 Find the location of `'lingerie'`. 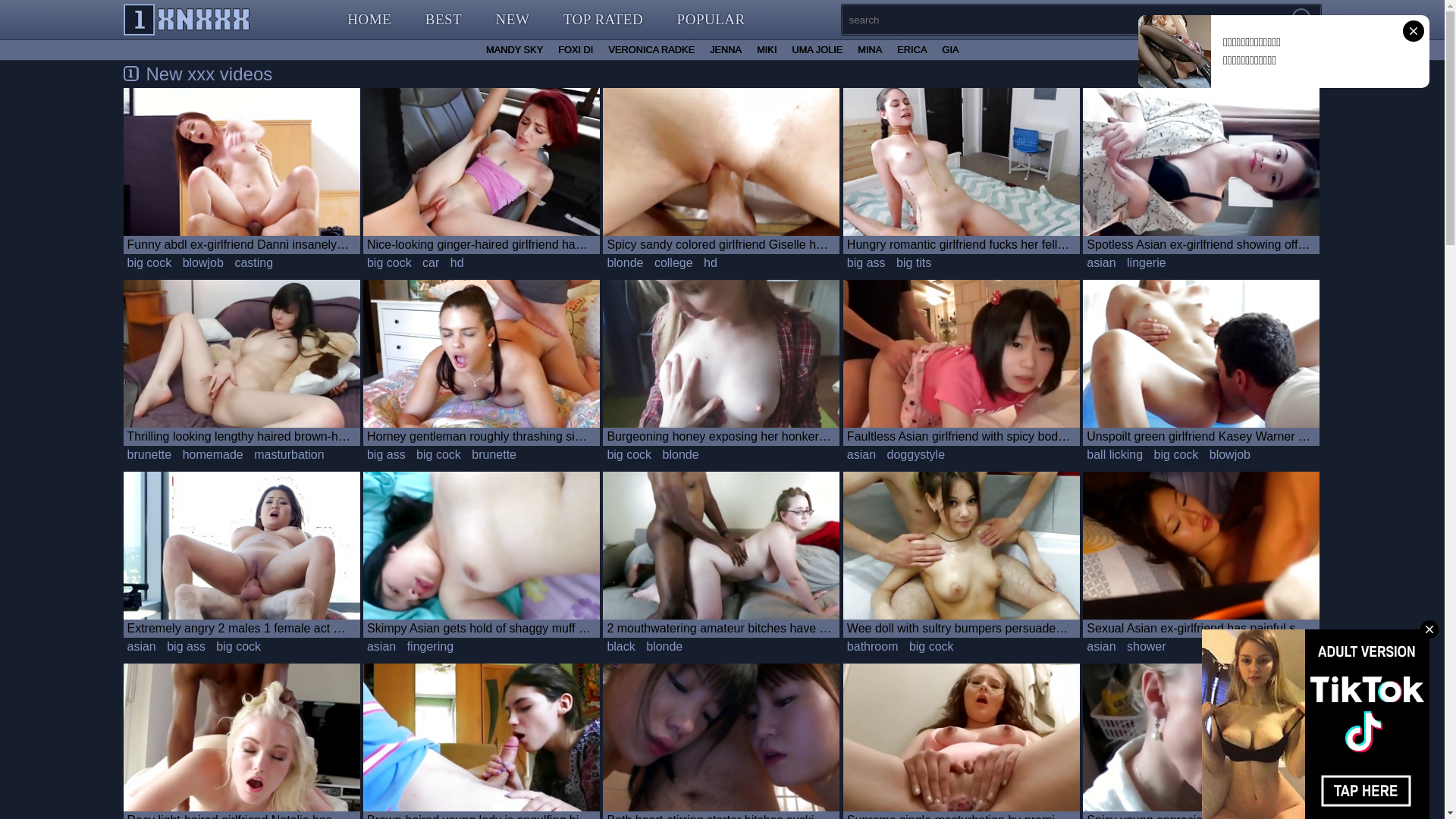

'lingerie' is located at coordinates (1123, 262).